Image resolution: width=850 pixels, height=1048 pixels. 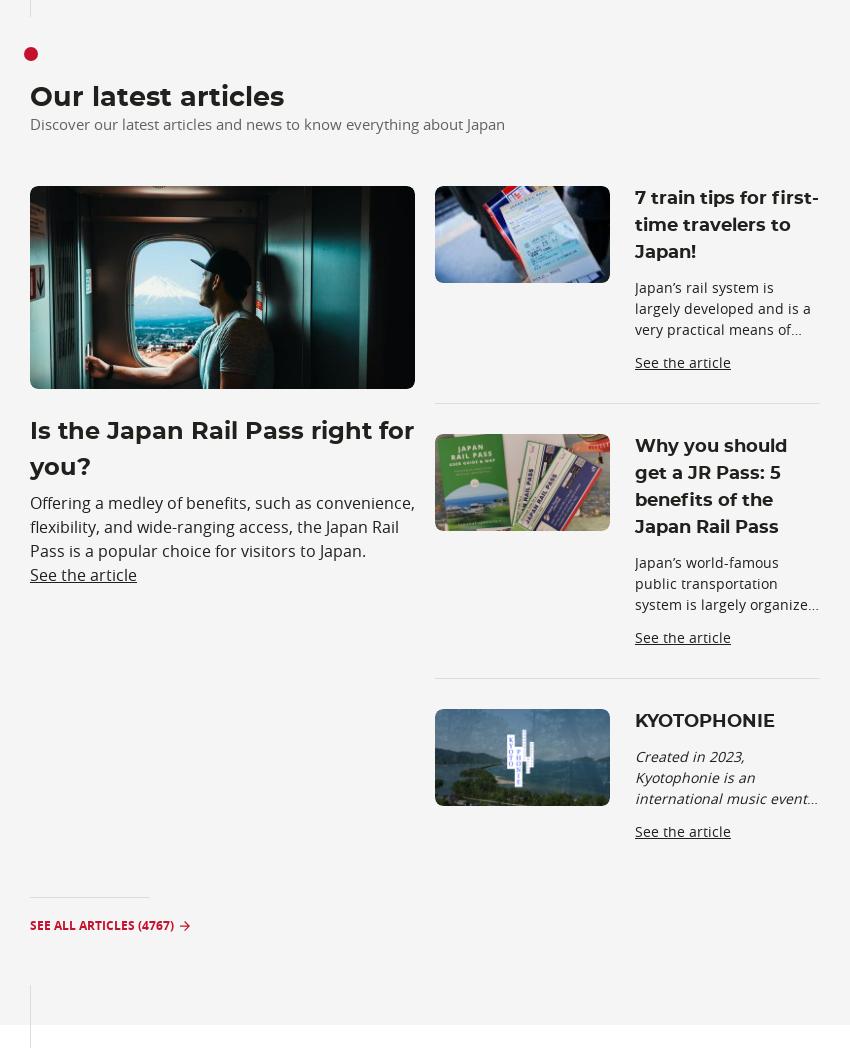 What do you see at coordinates (720, 840) in the screenshot?
I see `'Created in 2023, Kyotophonie is an international music event held in Kyoto Prefecture, bringing together dozens of artists from all over the world, performing in unique settings and staging in'` at bounding box center [720, 840].